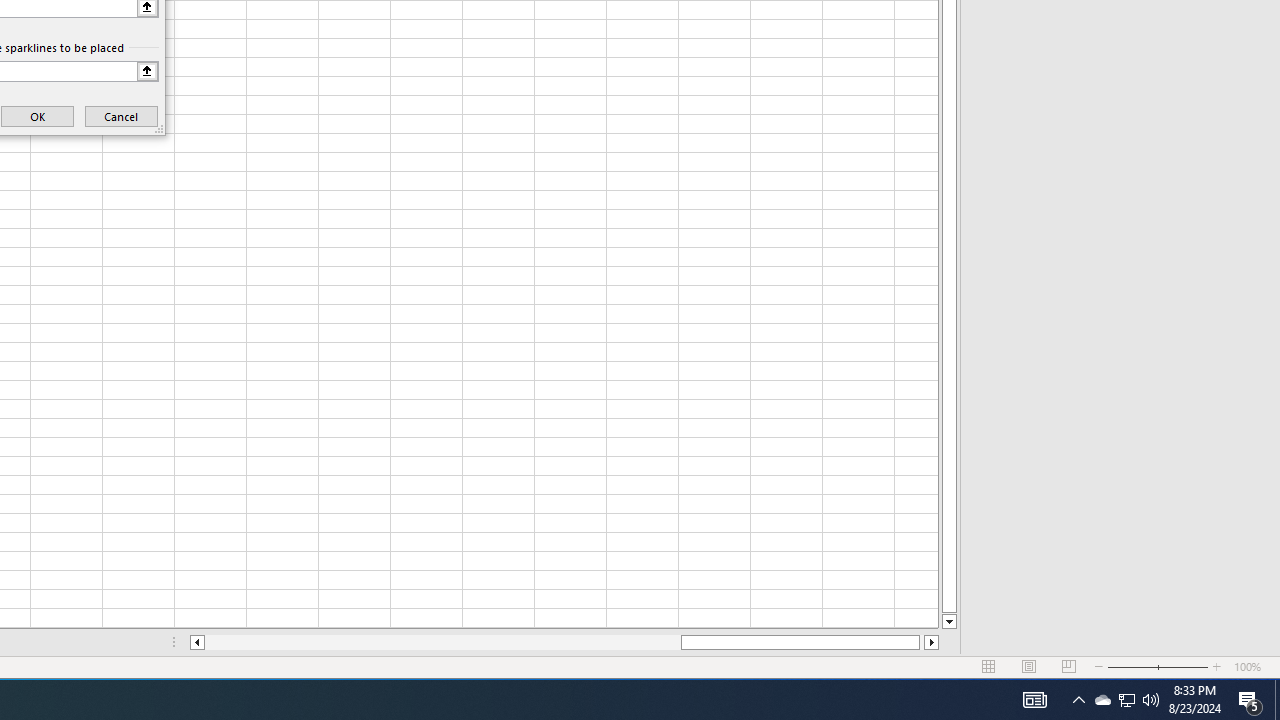 Image resolution: width=1280 pixels, height=720 pixels. I want to click on 'Page Break Preview', so click(1068, 667).